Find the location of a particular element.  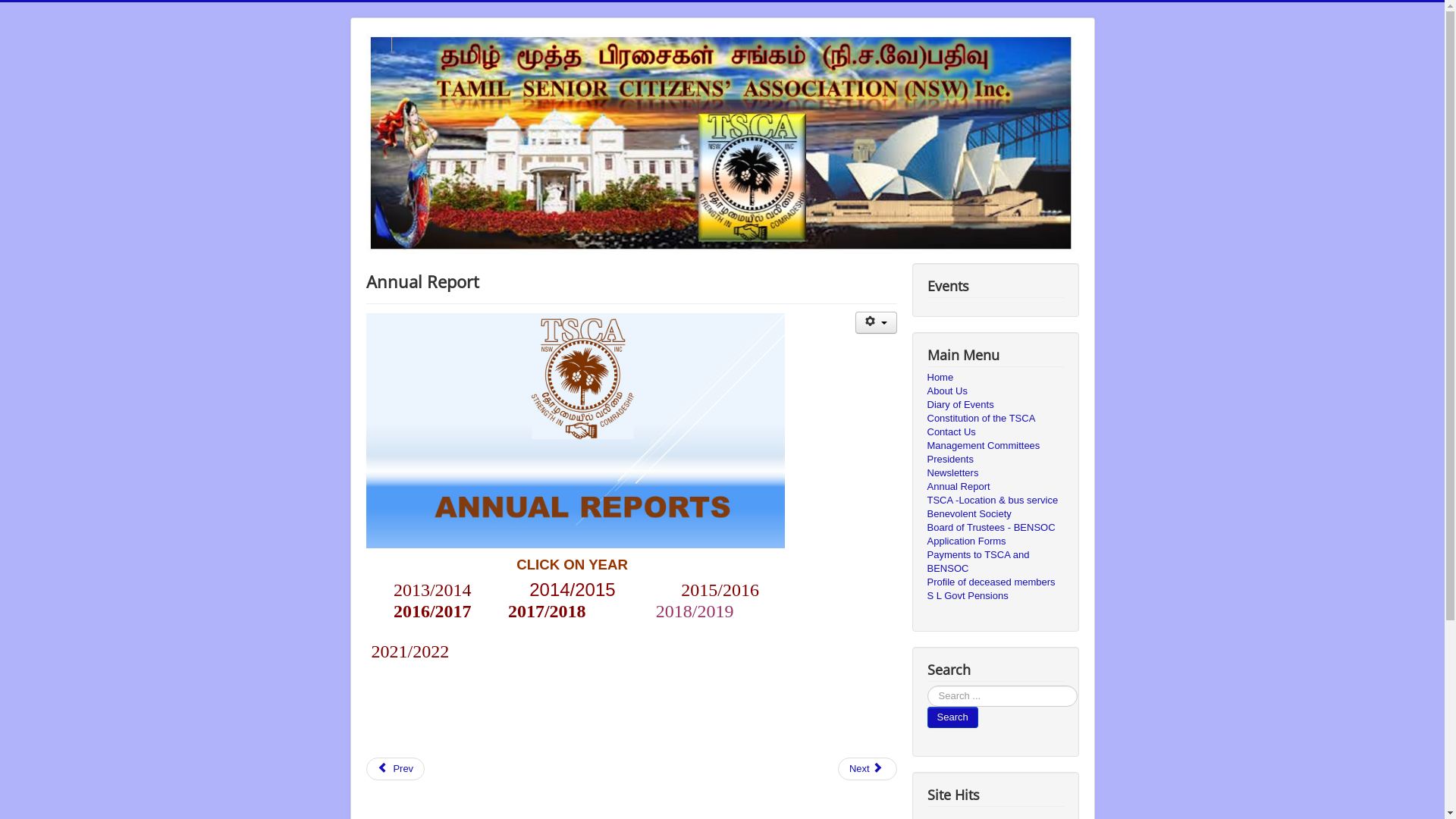

'Application Forms' is located at coordinates (994, 540).